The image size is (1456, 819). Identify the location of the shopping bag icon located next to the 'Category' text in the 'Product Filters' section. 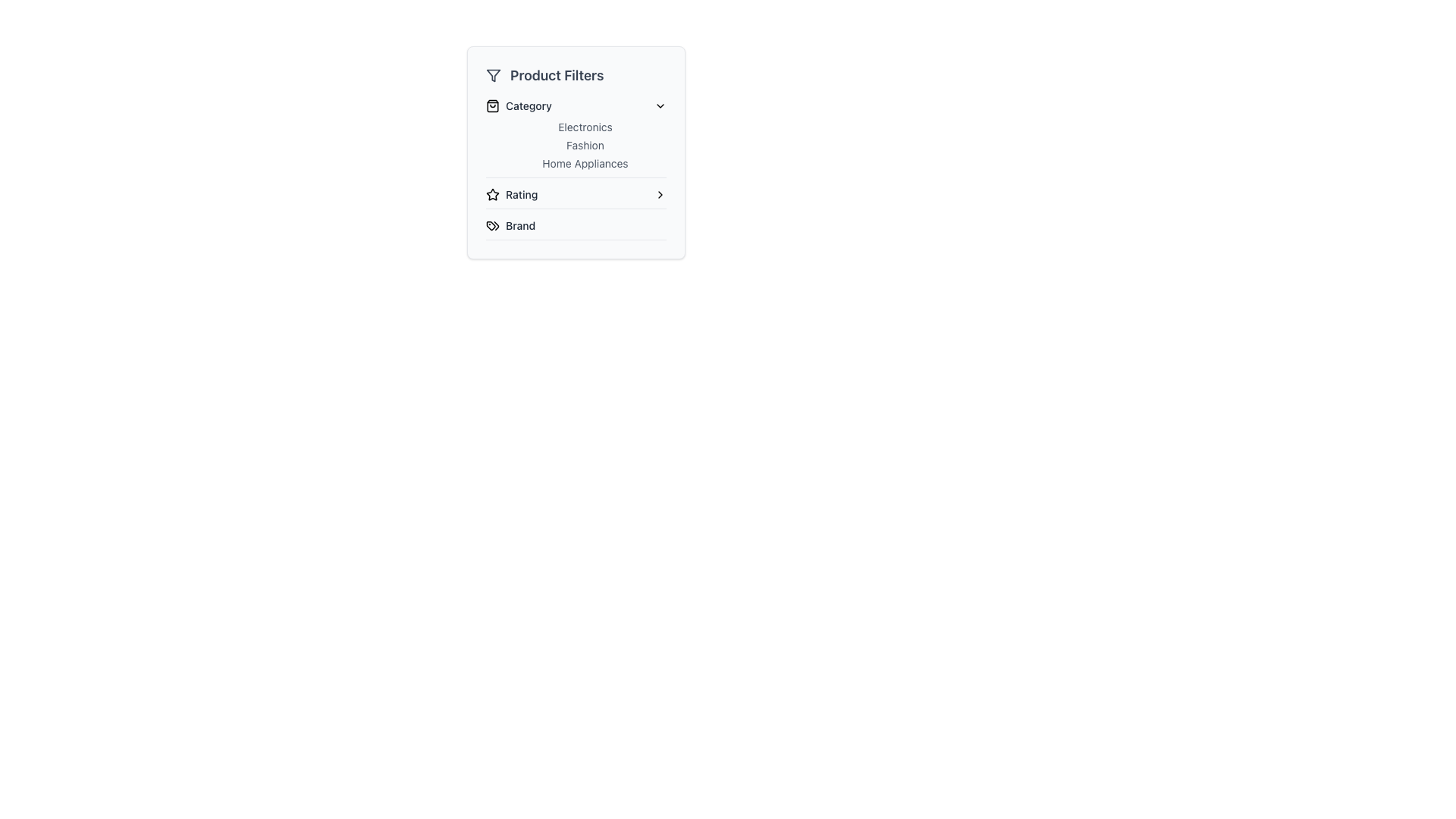
(492, 105).